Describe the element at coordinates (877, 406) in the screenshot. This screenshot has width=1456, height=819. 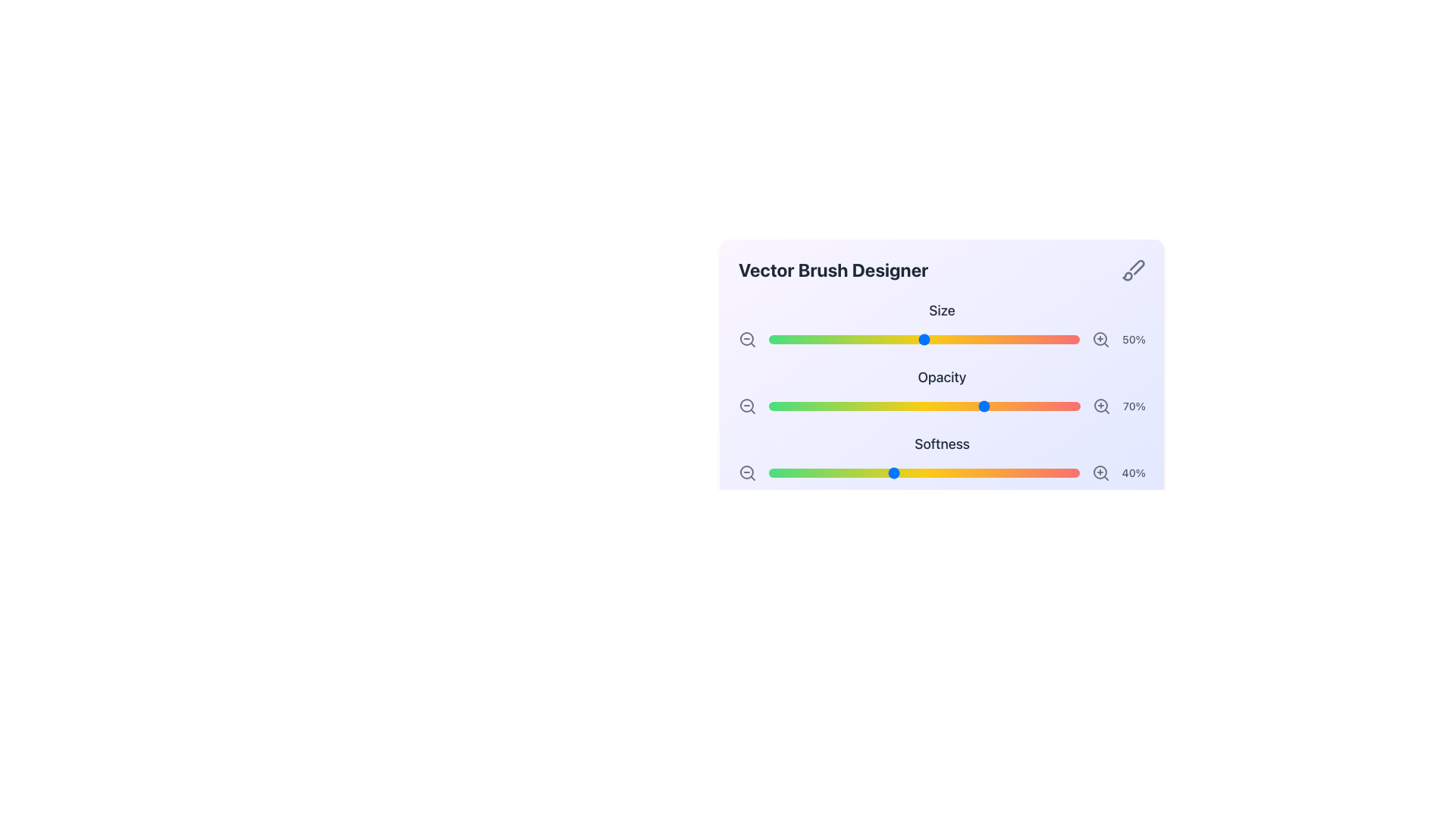
I see `opacity` at that location.